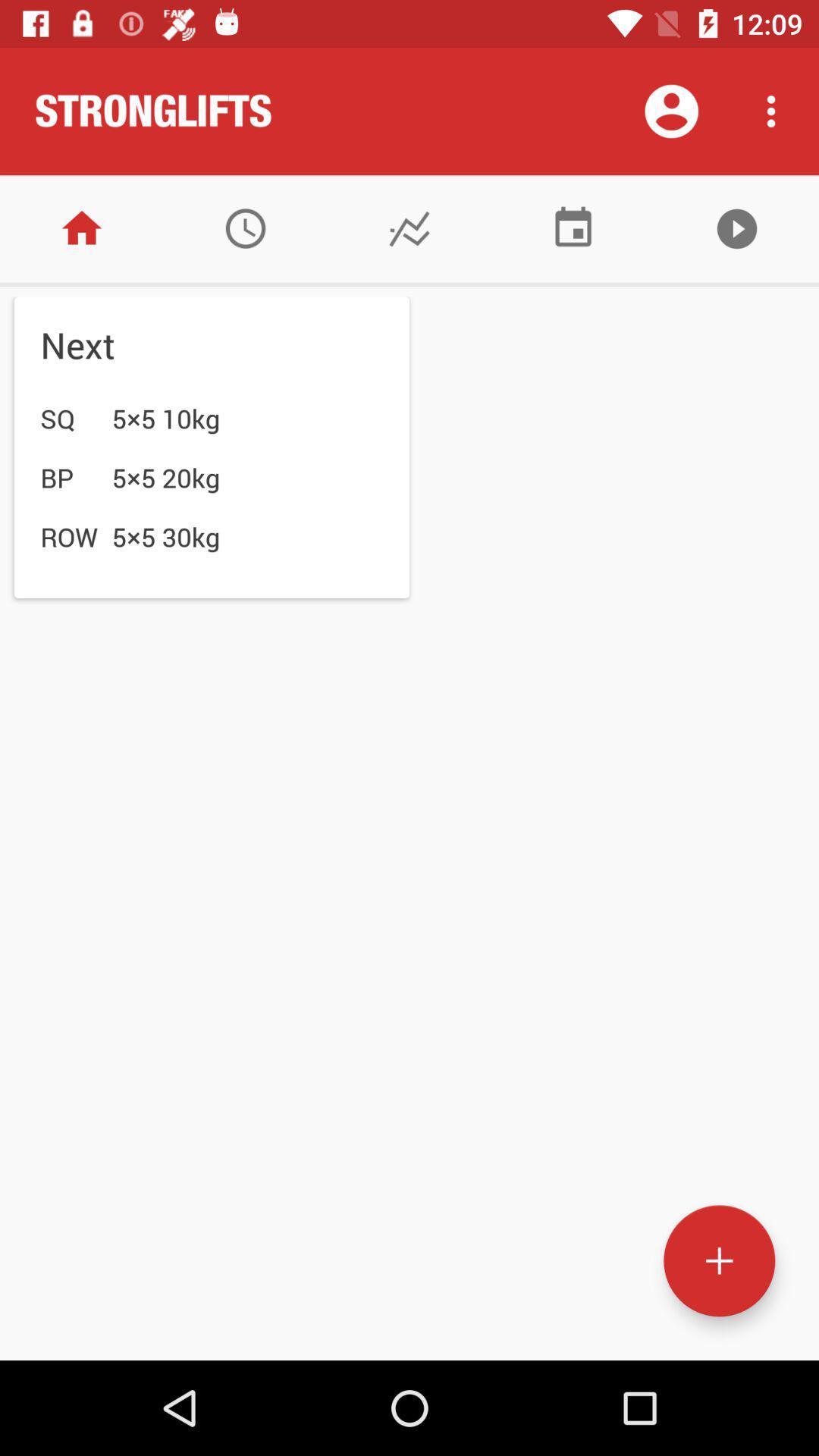 This screenshot has width=819, height=1456. Describe the element at coordinates (245, 227) in the screenshot. I see `item history` at that location.